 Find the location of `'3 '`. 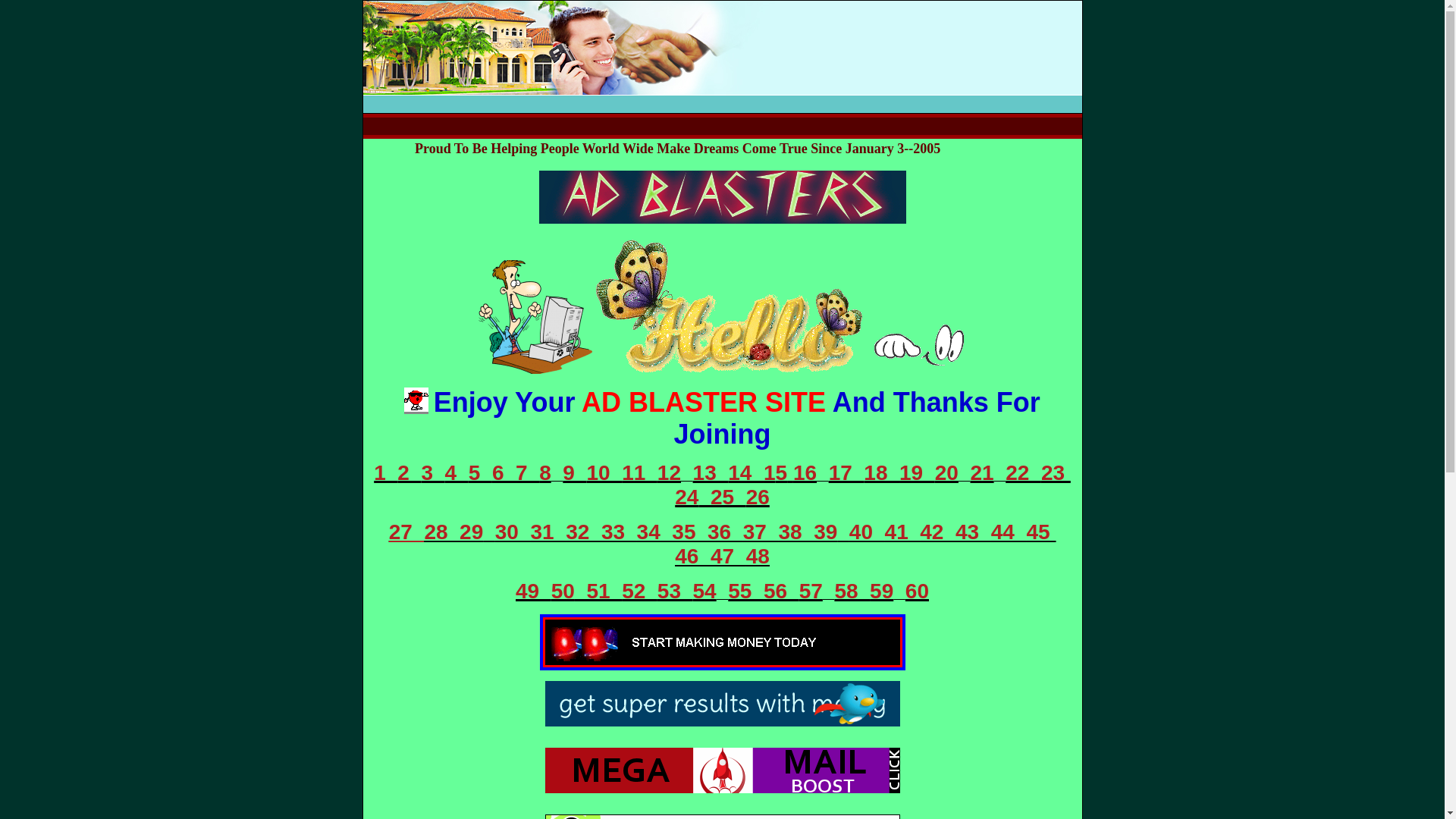

'3 ' is located at coordinates (431, 472).